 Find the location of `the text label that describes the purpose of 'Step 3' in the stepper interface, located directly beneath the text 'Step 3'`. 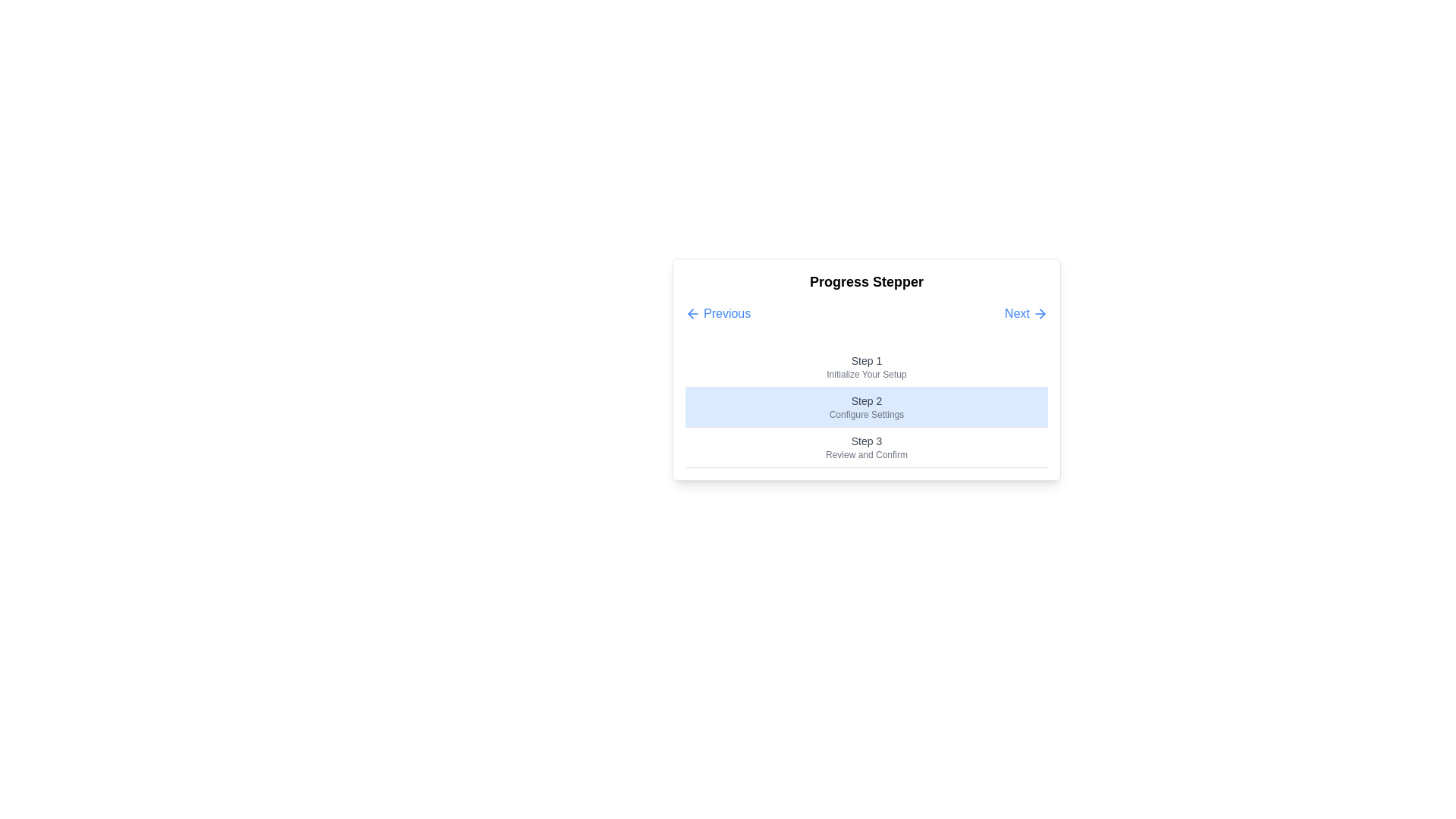

the text label that describes the purpose of 'Step 3' in the stepper interface, located directly beneath the text 'Step 3' is located at coordinates (866, 454).